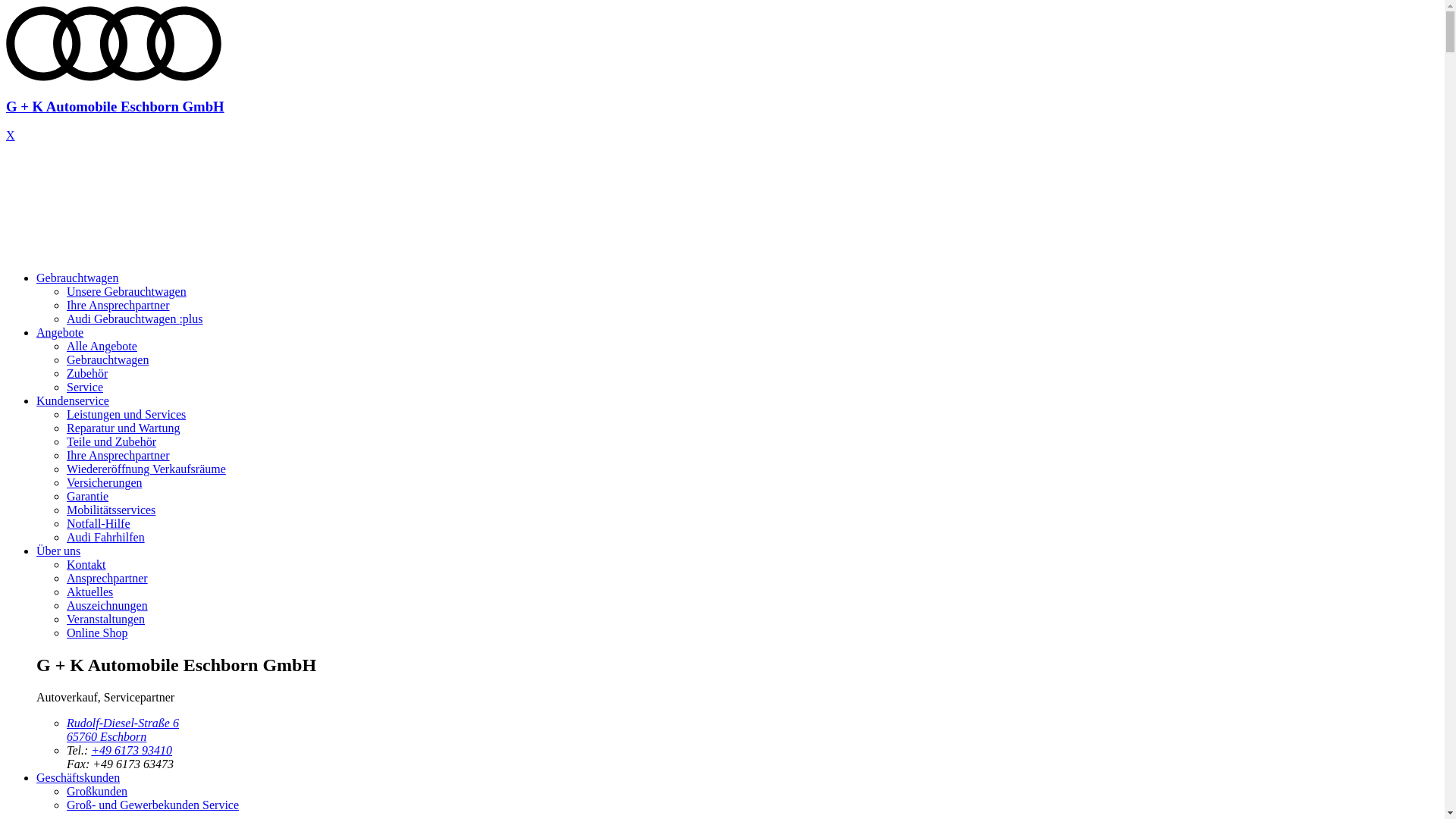 This screenshot has width=1456, height=819. What do you see at coordinates (97, 522) in the screenshot?
I see `'Notfall-Hilfe'` at bounding box center [97, 522].